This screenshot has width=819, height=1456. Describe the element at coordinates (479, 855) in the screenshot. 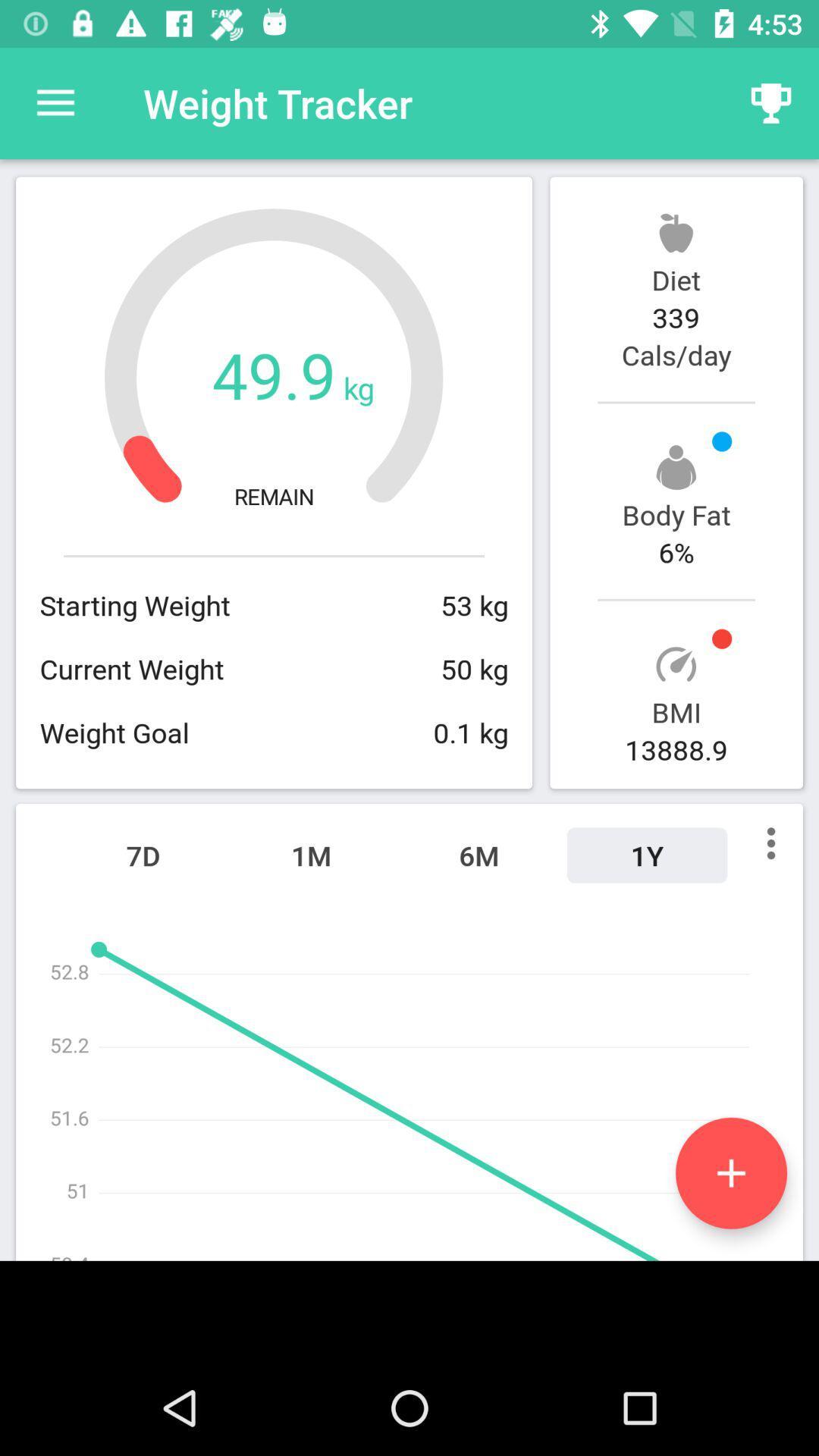

I see `the 6m item` at that location.